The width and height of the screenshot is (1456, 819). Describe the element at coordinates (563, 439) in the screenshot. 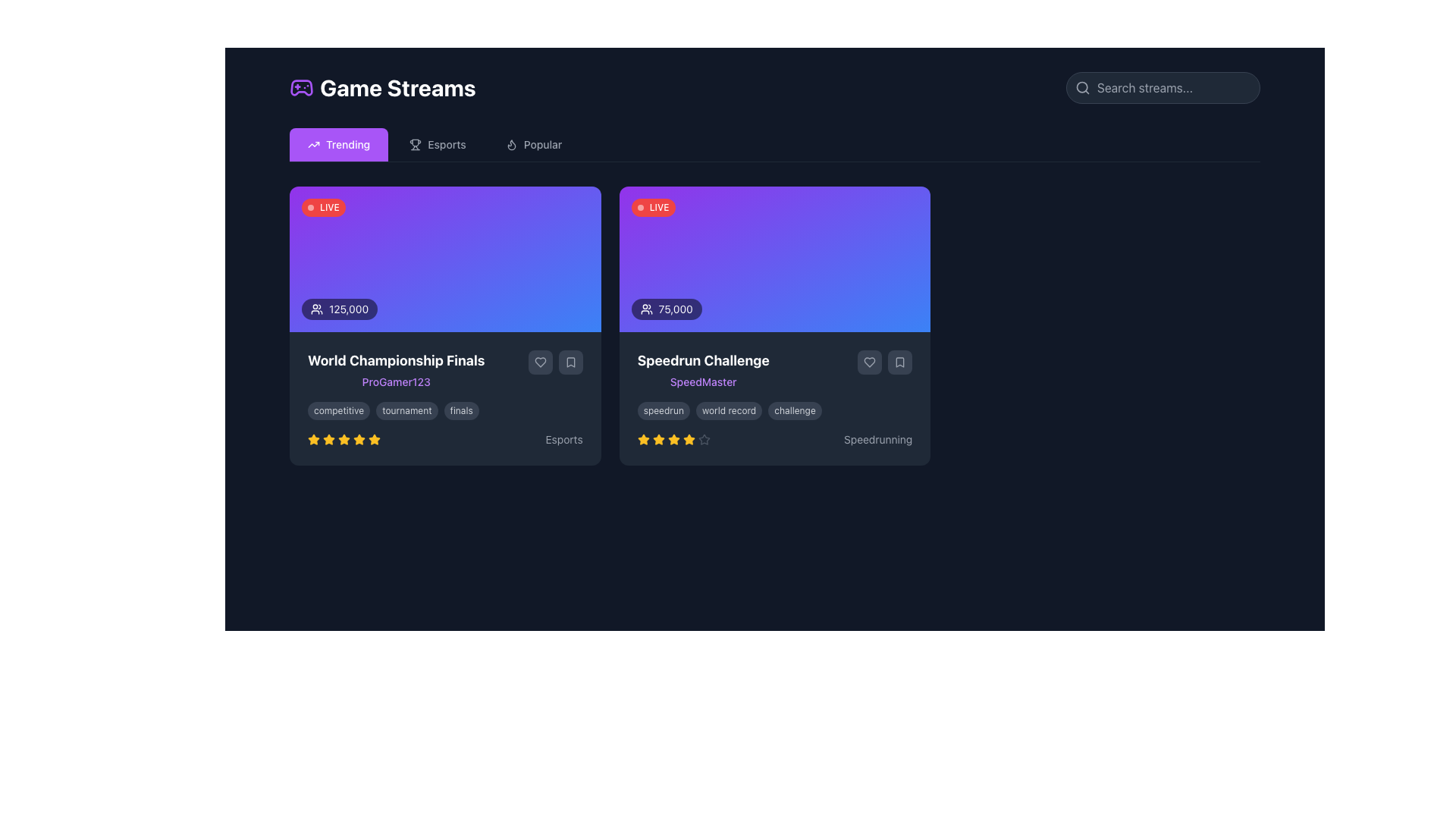

I see `the 'Esports' text label located at the bottom-right corner of the card for the game 'World Championship Finals'` at that location.